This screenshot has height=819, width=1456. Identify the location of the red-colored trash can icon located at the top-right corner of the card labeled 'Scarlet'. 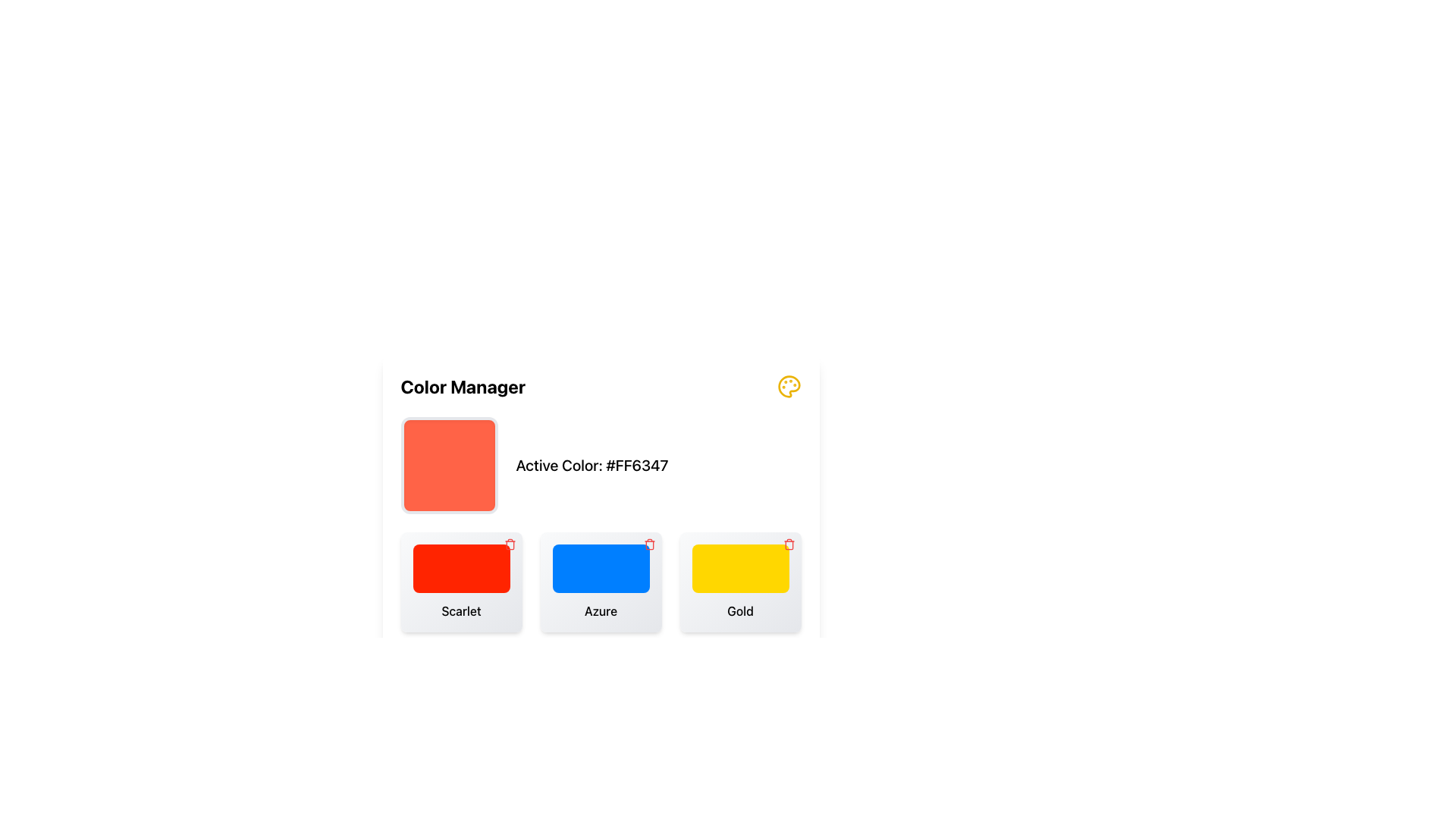
(510, 543).